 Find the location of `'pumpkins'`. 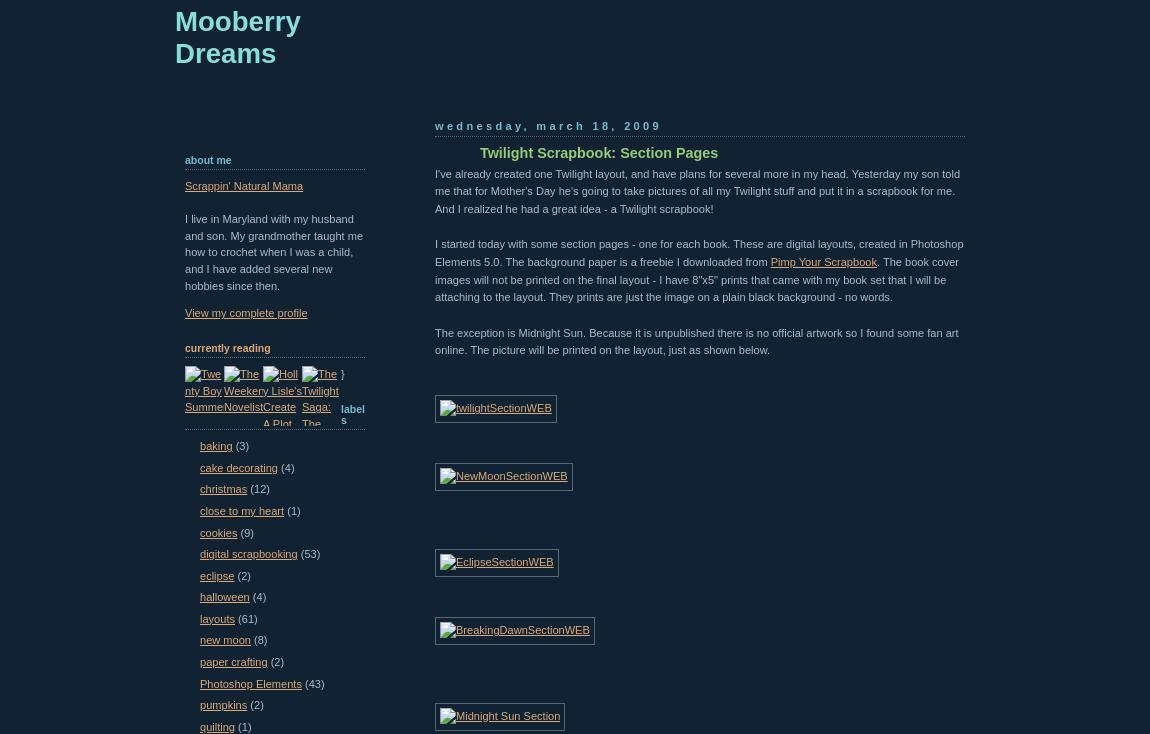

'pumpkins' is located at coordinates (222, 705).